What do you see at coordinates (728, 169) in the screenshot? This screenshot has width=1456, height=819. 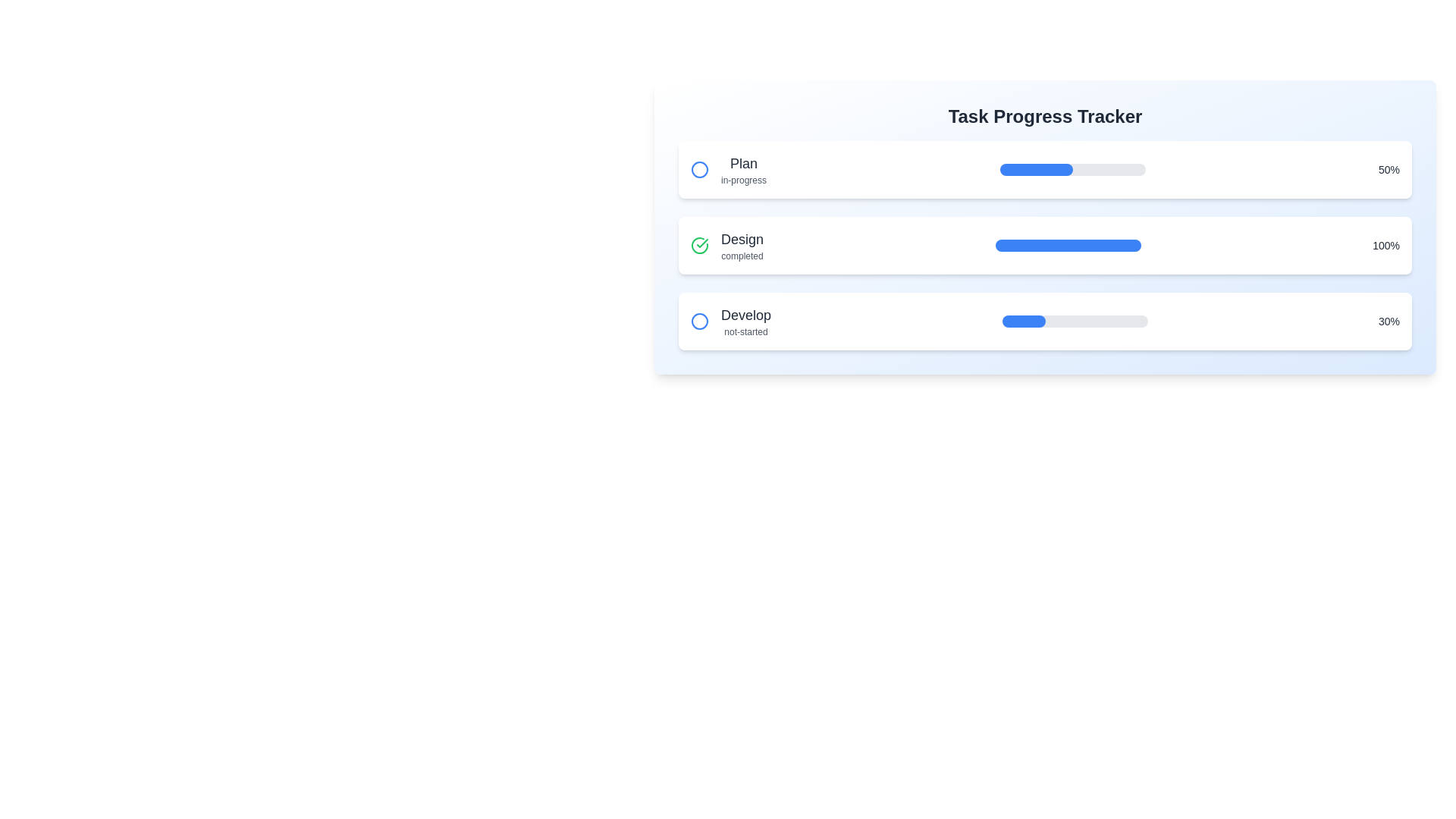 I see `the text of the task or plan in progress represented by the Label with an icon, located in the first row of the task tracker interface` at bounding box center [728, 169].